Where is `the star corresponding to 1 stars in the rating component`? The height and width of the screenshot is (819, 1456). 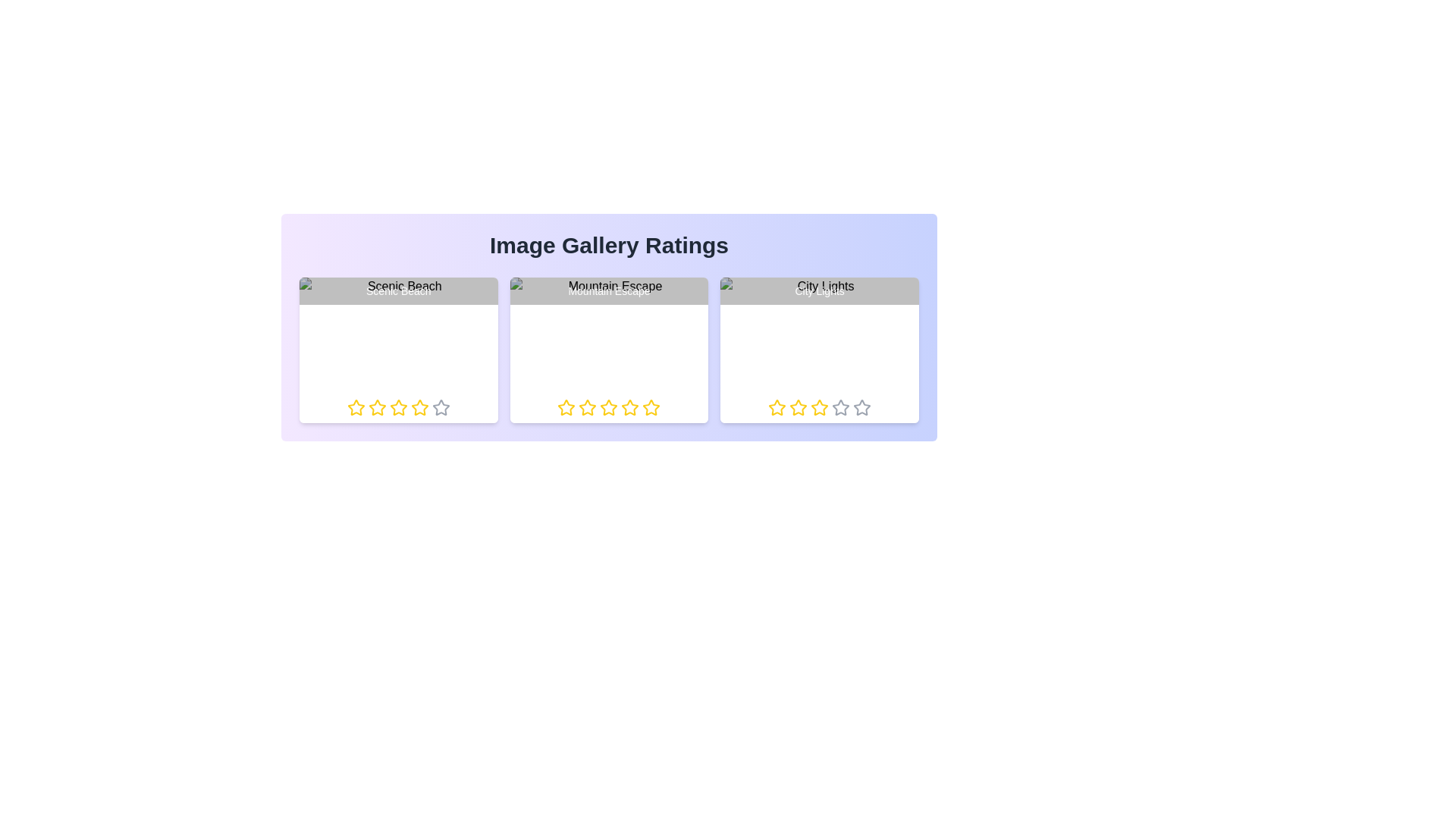
the star corresponding to 1 stars in the rating component is located at coordinates (355, 406).